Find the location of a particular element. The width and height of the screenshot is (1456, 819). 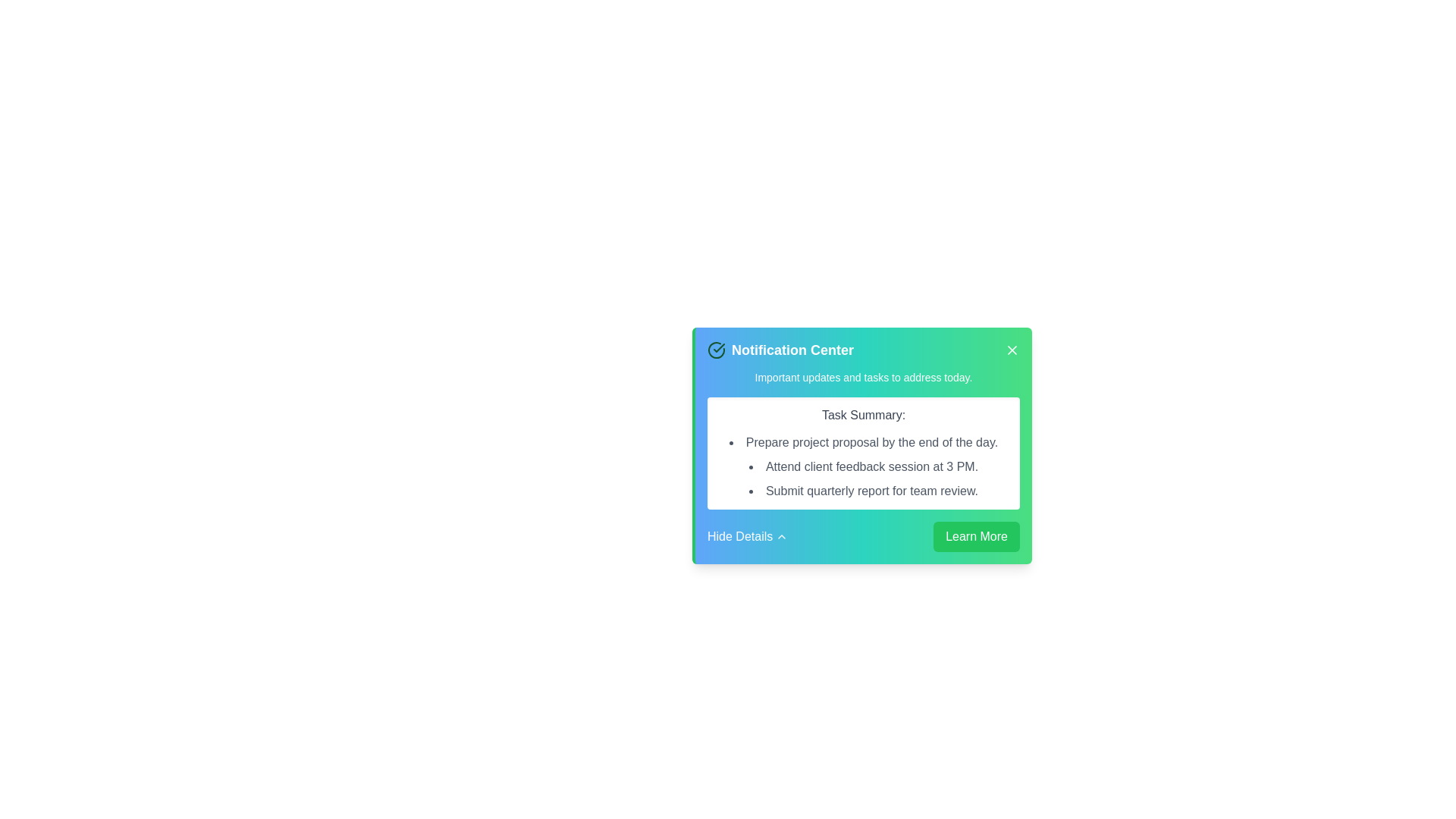

text properties of the 'Task Summary:' label, which is a bold, medium font in dark gray, positioned as a header in a notification interface is located at coordinates (863, 415).